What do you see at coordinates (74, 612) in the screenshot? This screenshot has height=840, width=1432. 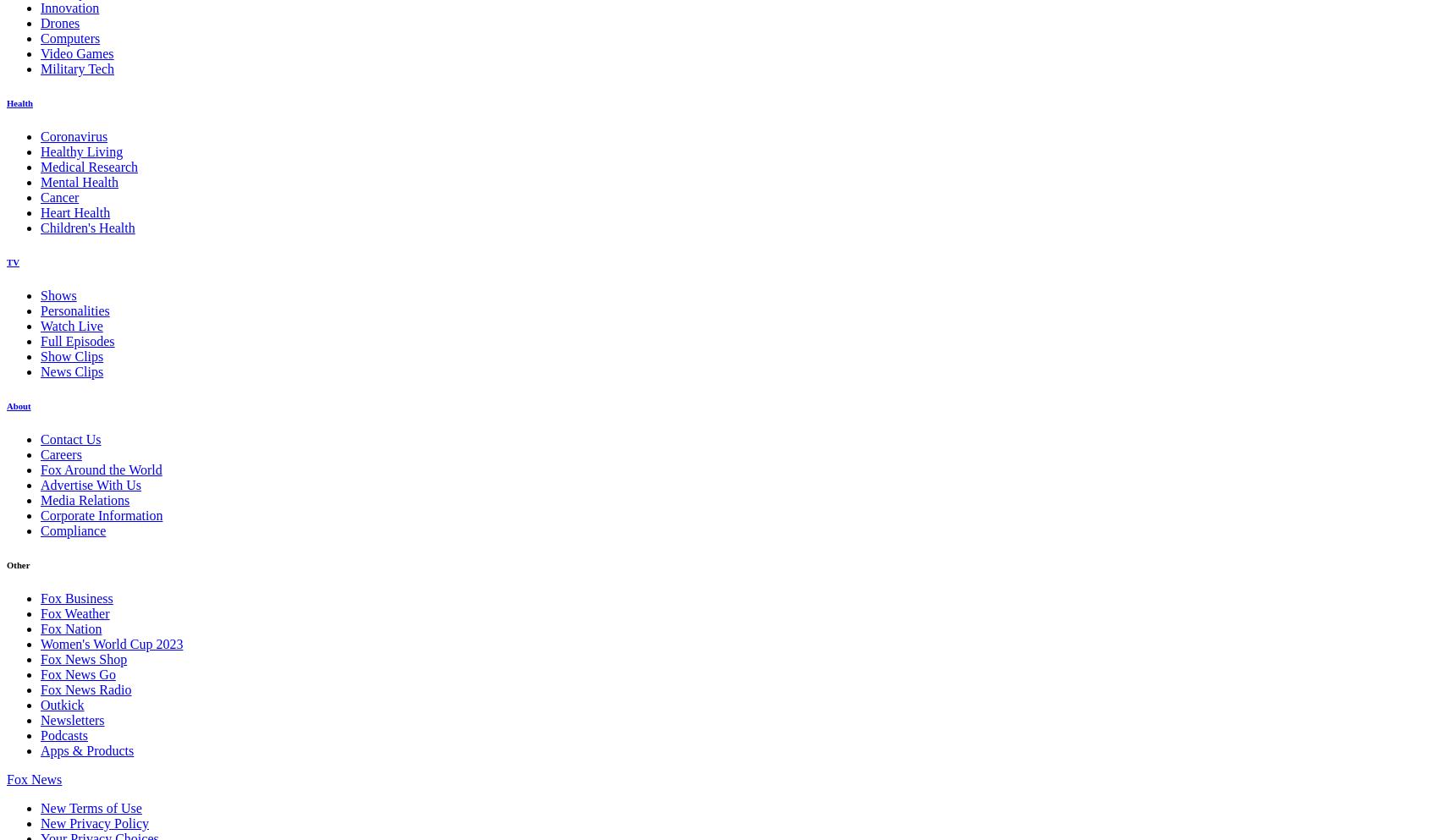 I see `'Fox Weather'` at bounding box center [74, 612].